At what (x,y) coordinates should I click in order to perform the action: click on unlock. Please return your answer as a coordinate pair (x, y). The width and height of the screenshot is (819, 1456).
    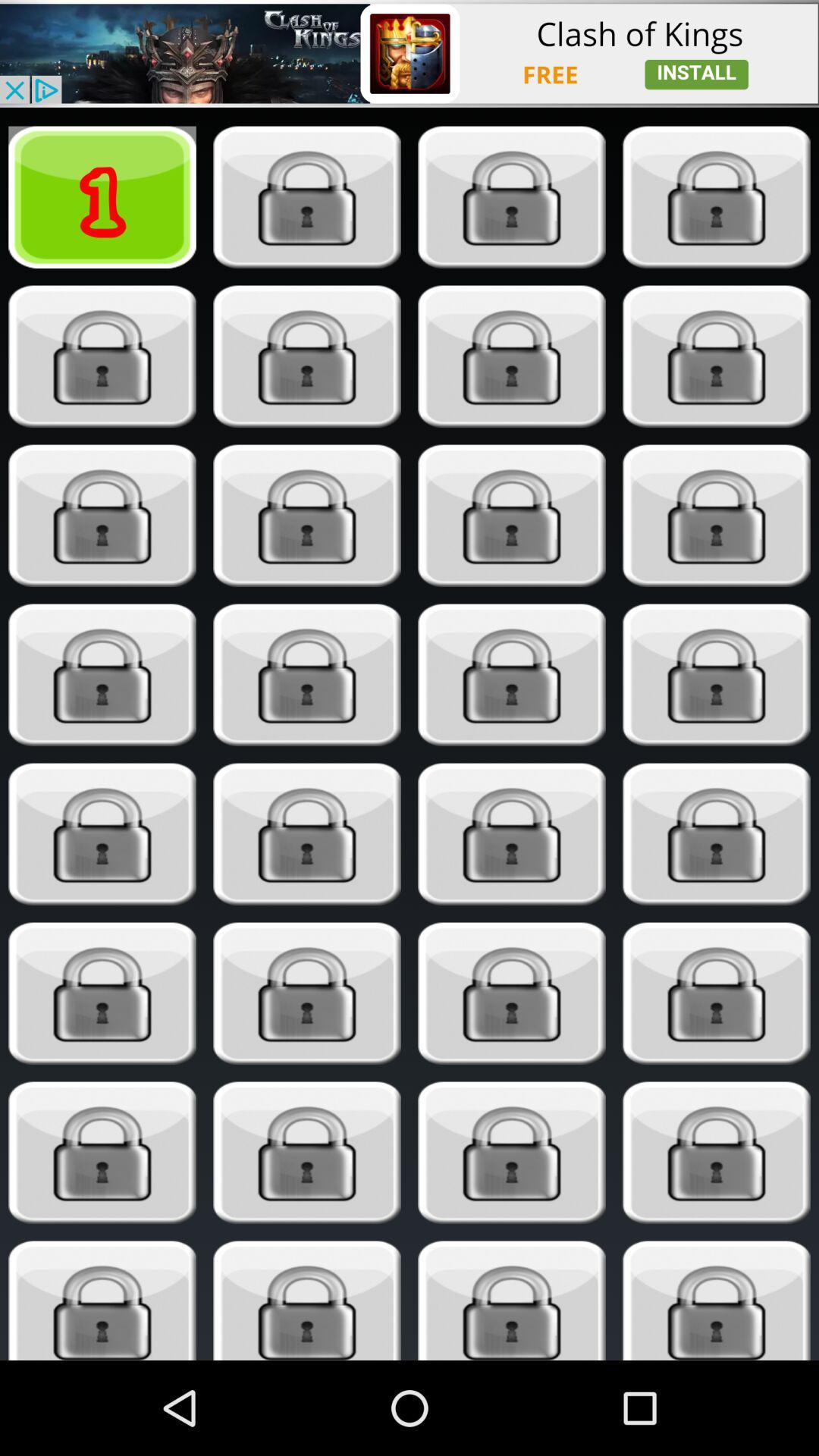
    Looking at the image, I should click on (512, 1300).